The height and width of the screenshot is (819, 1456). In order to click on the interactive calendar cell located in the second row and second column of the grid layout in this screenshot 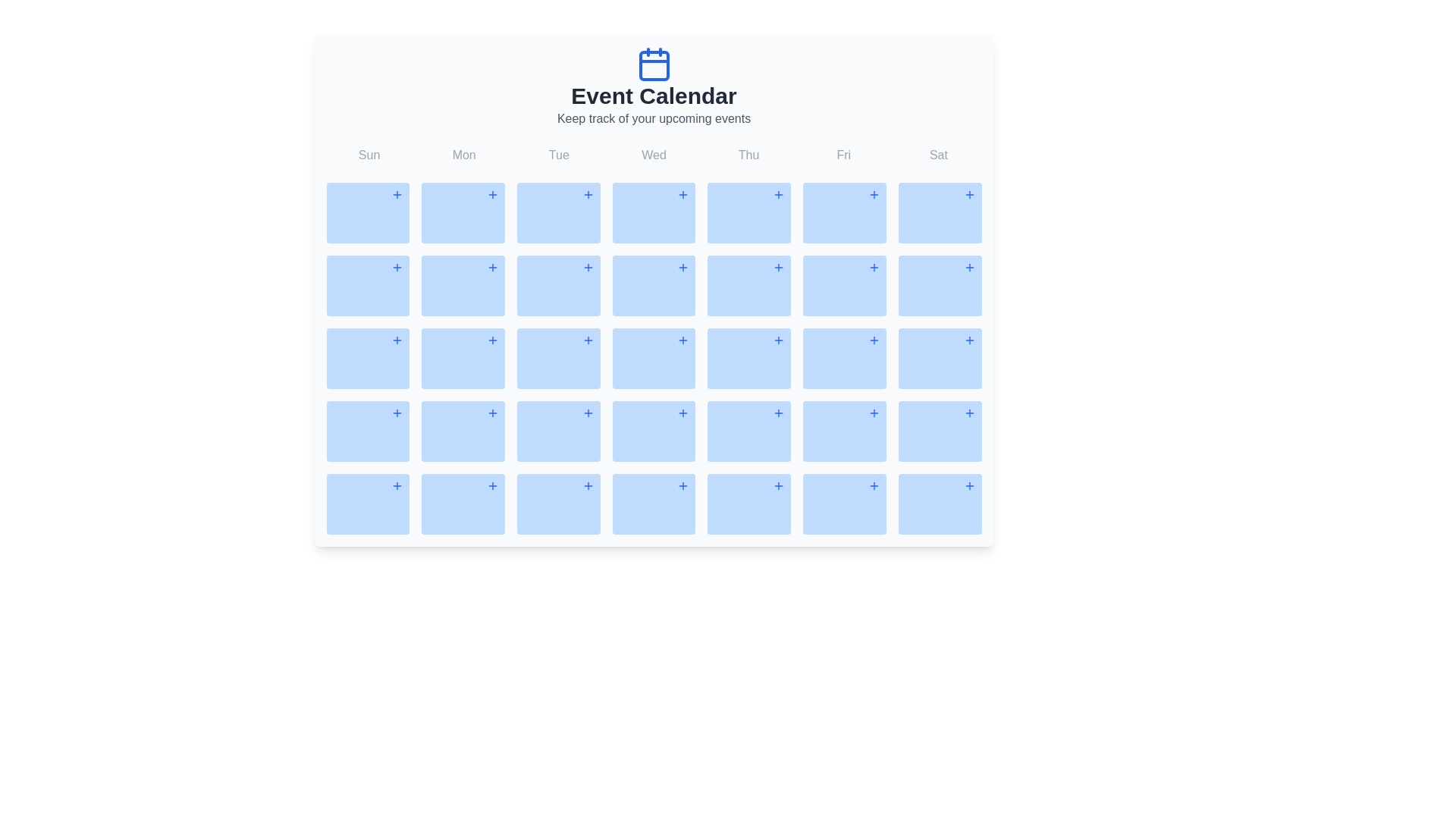, I will do `click(463, 286)`.